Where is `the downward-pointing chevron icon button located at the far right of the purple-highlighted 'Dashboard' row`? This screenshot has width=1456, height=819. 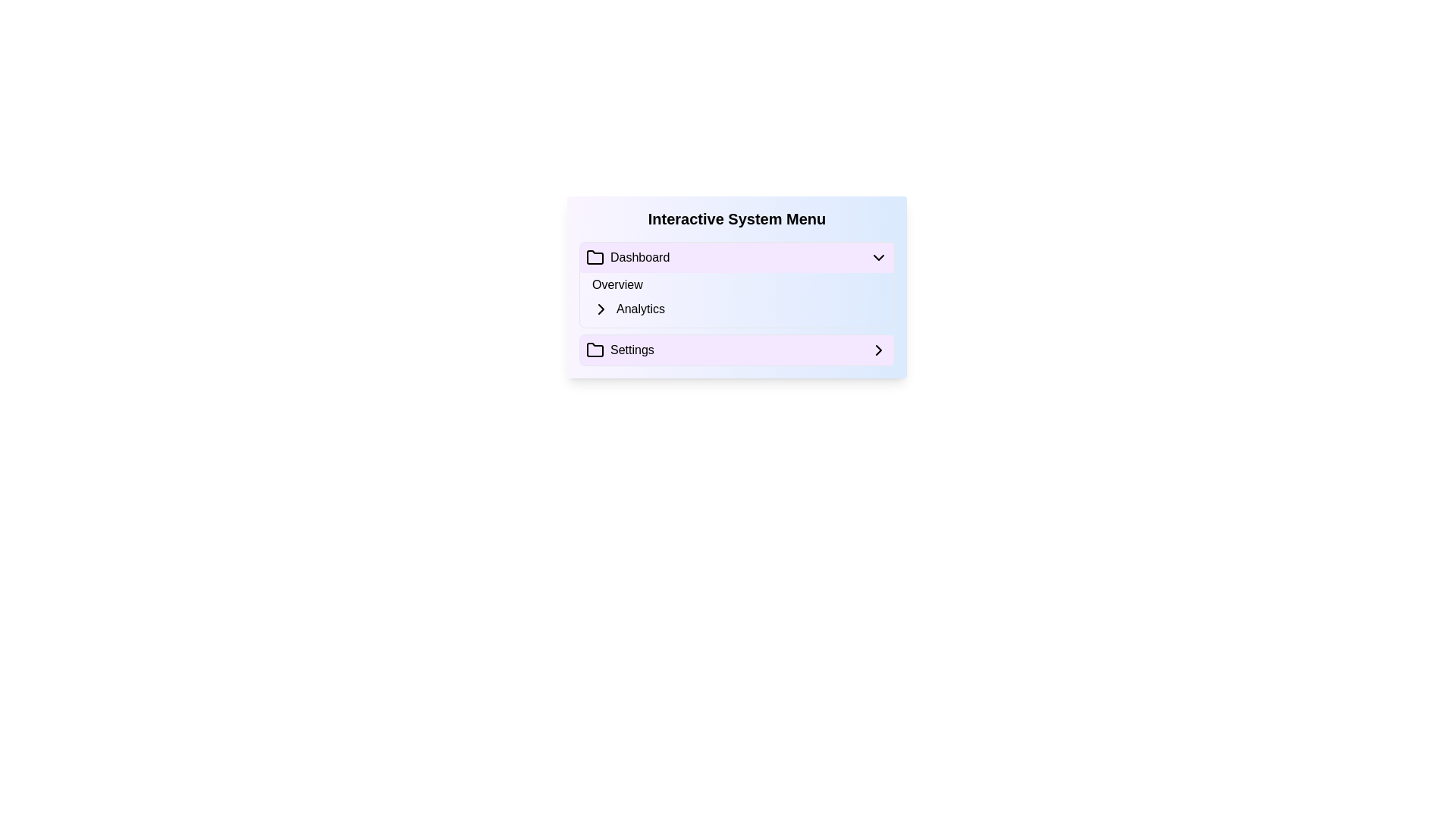
the downward-pointing chevron icon button located at the far right of the purple-highlighted 'Dashboard' row is located at coordinates (878, 256).